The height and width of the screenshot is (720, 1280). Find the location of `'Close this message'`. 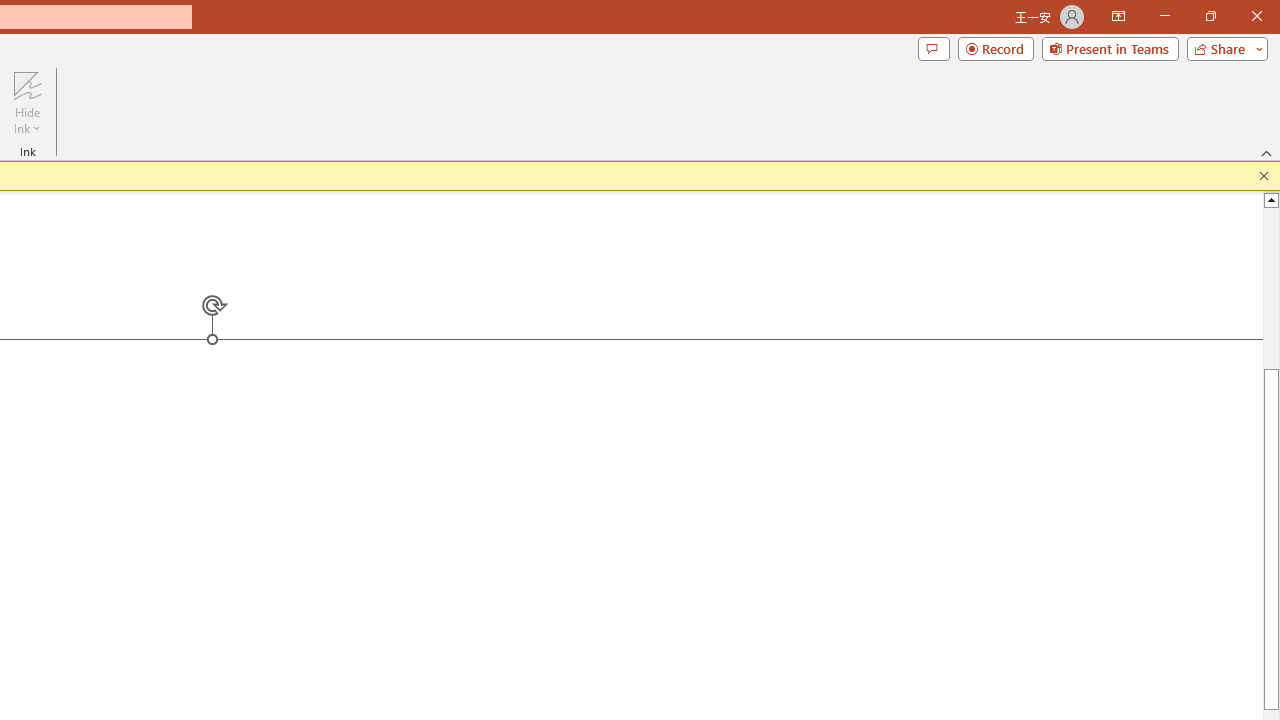

'Close this message' is located at coordinates (1263, 175).